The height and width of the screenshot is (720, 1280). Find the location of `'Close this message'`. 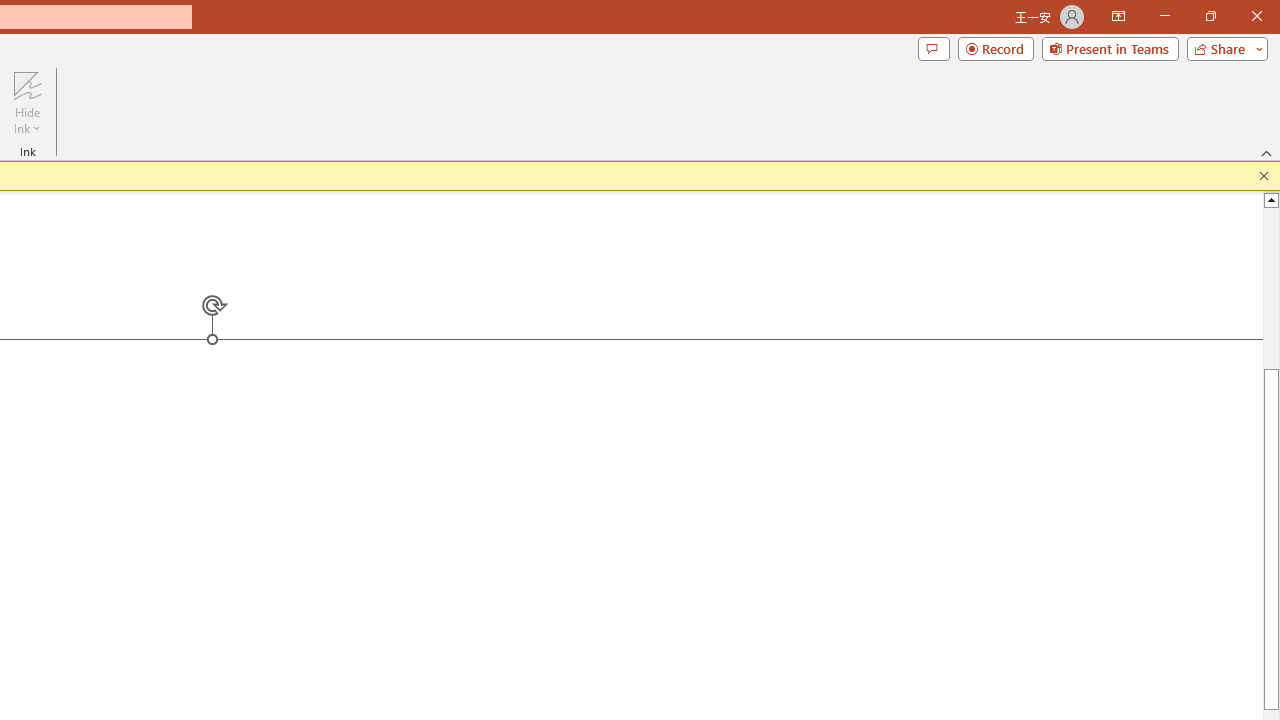

'Close this message' is located at coordinates (1263, 175).